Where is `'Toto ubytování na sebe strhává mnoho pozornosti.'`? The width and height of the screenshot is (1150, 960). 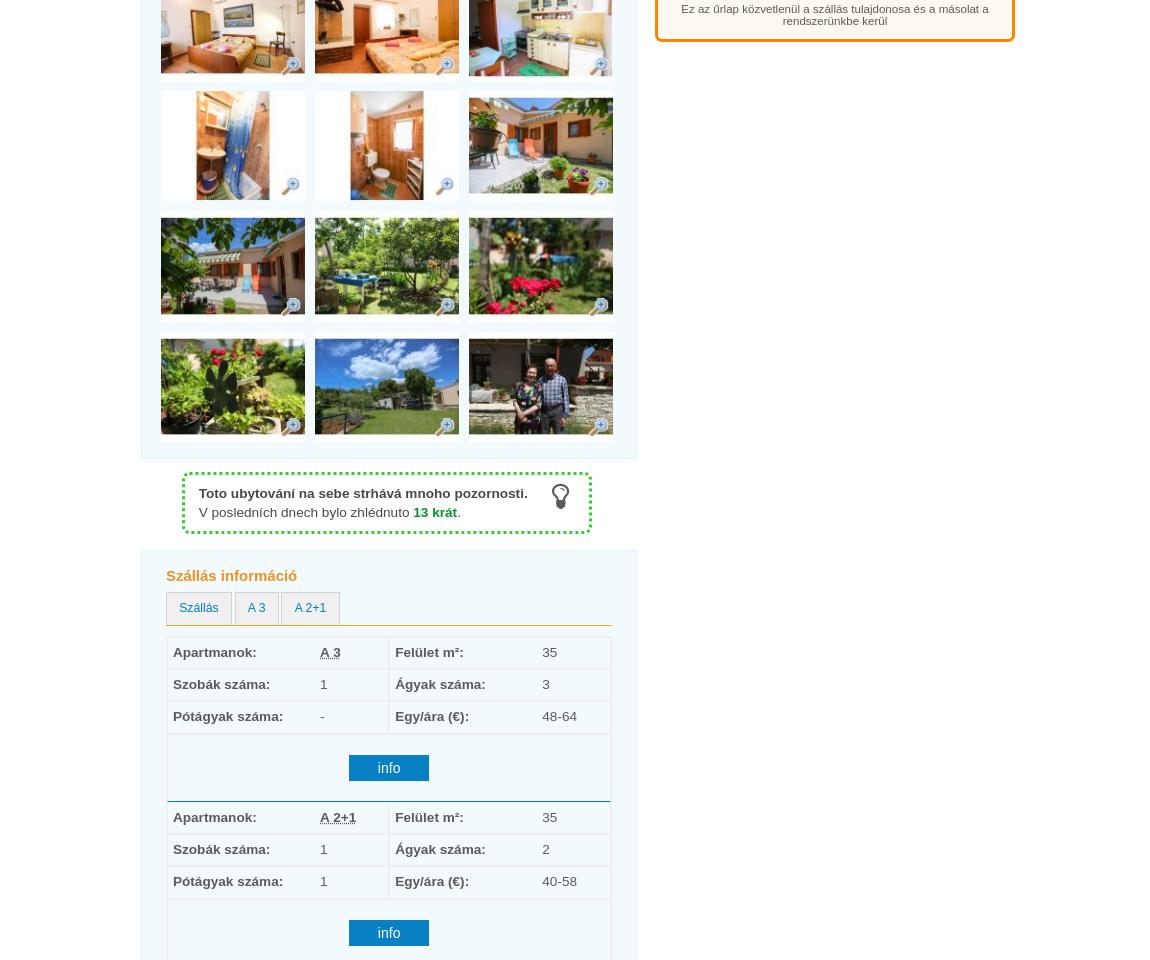 'Toto ubytování na sebe strhává mnoho pozornosti.' is located at coordinates (362, 492).